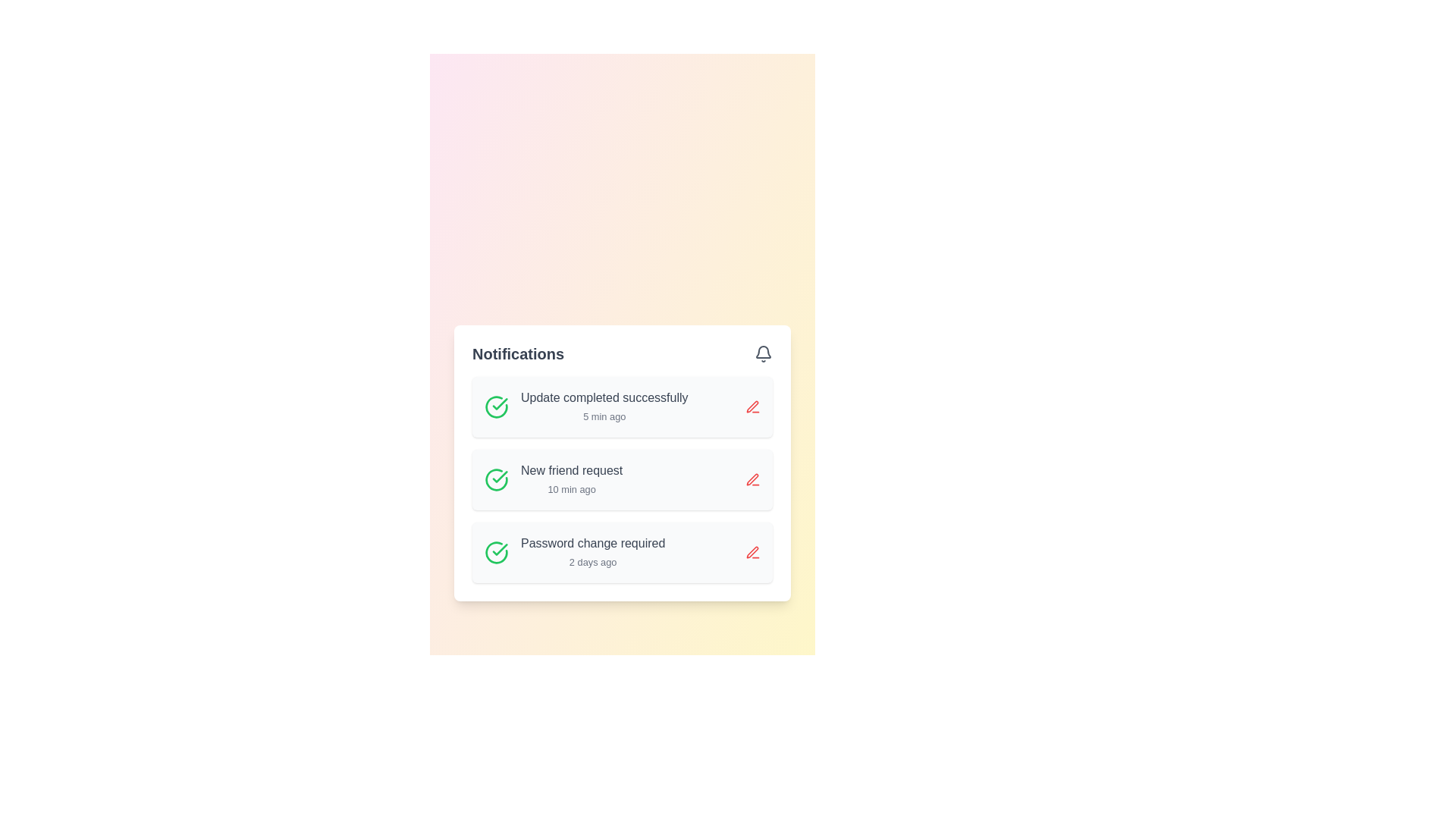 This screenshot has width=1456, height=819. I want to click on the notification bell icon located at the top-right corner of the notification panel, near the text 'Notifications', so click(764, 353).